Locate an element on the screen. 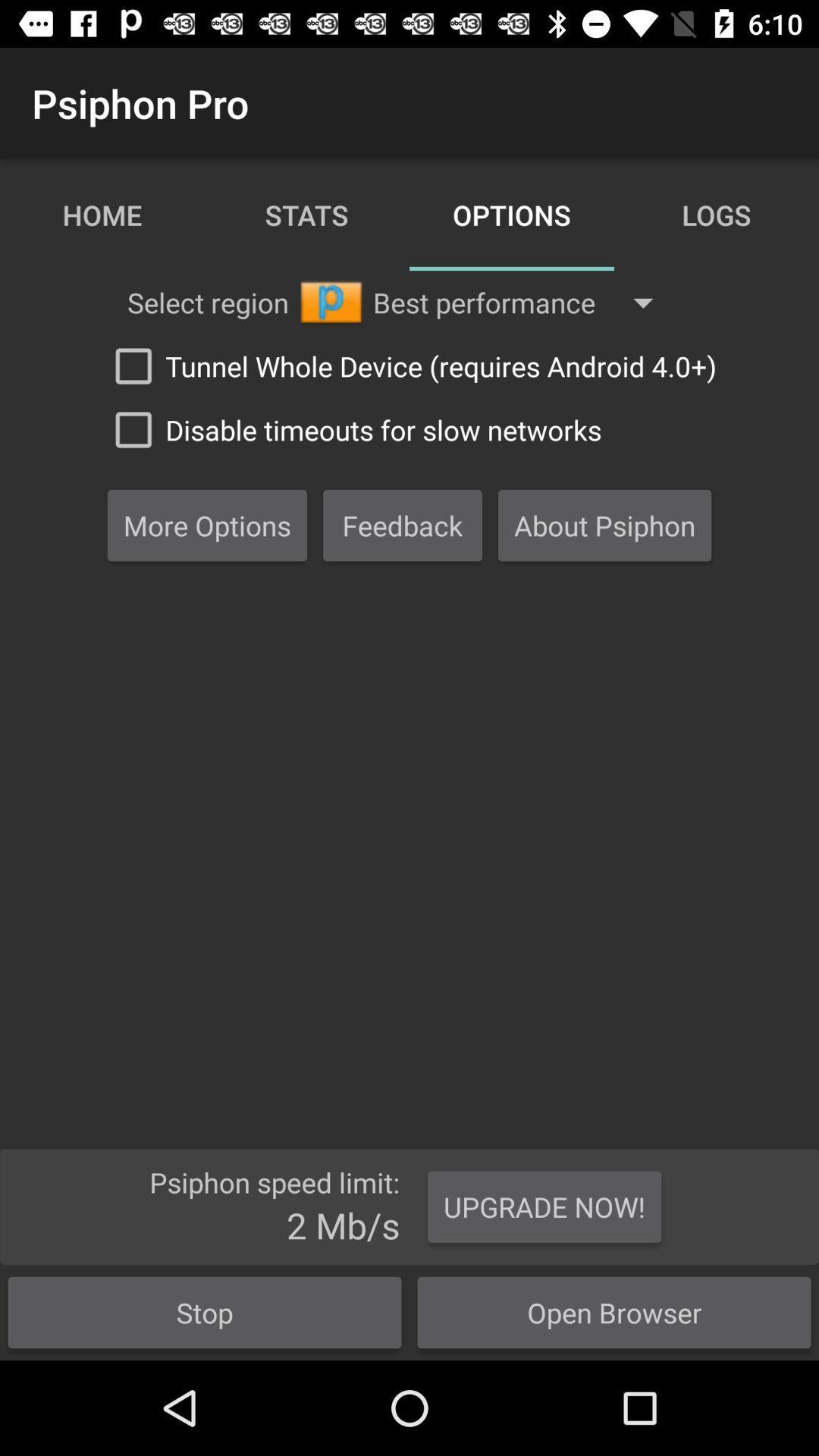  upgrade now is located at coordinates (544, 1207).